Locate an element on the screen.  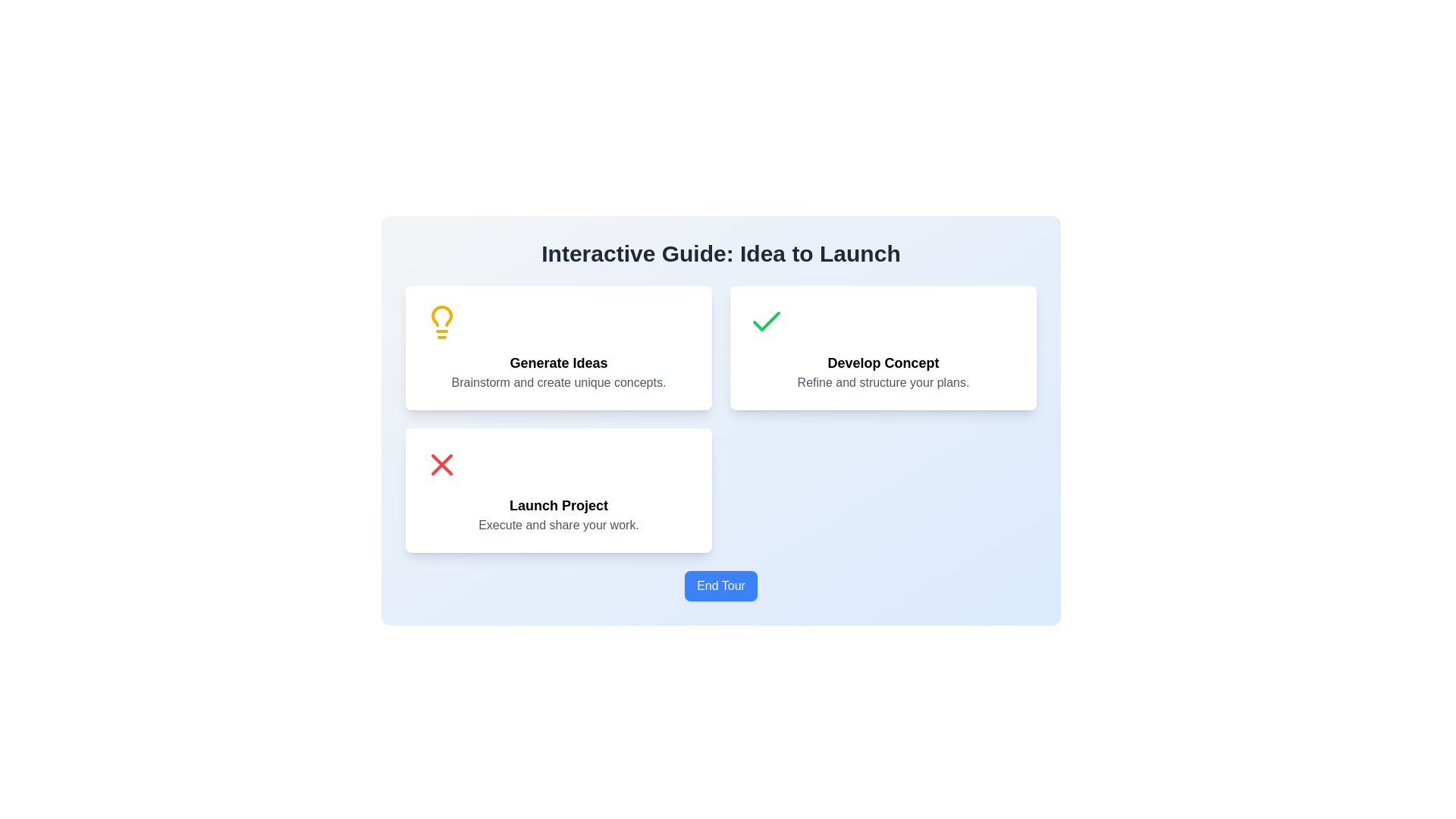
the completion icon located in the top-right section of the 'Develop Concept' card, which indicates a positive state is located at coordinates (767, 321).